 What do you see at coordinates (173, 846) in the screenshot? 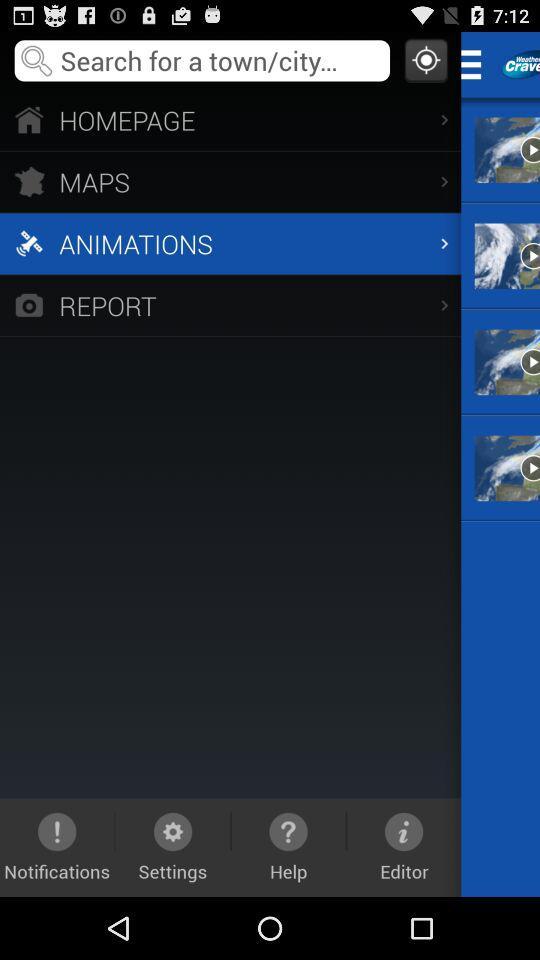
I see `settings app` at bounding box center [173, 846].